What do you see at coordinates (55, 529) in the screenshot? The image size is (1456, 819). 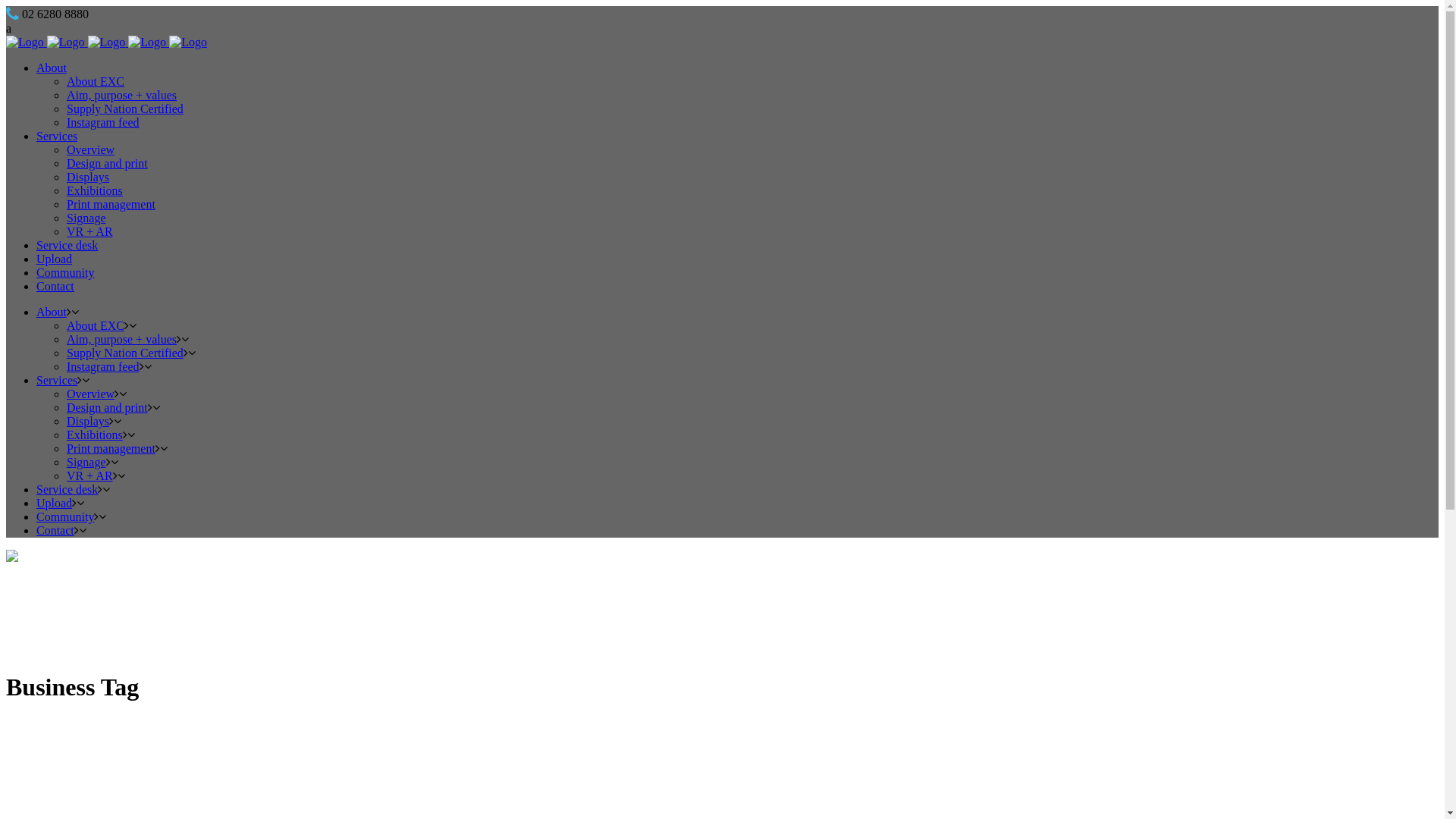 I see `'Contact'` at bounding box center [55, 529].